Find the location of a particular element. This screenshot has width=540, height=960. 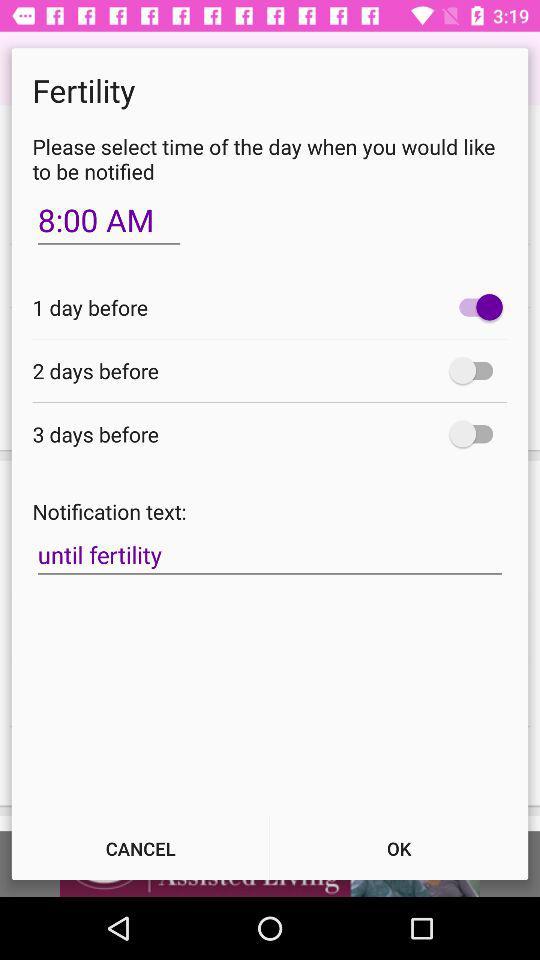

item above the notification text: is located at coordinates (475, 434).